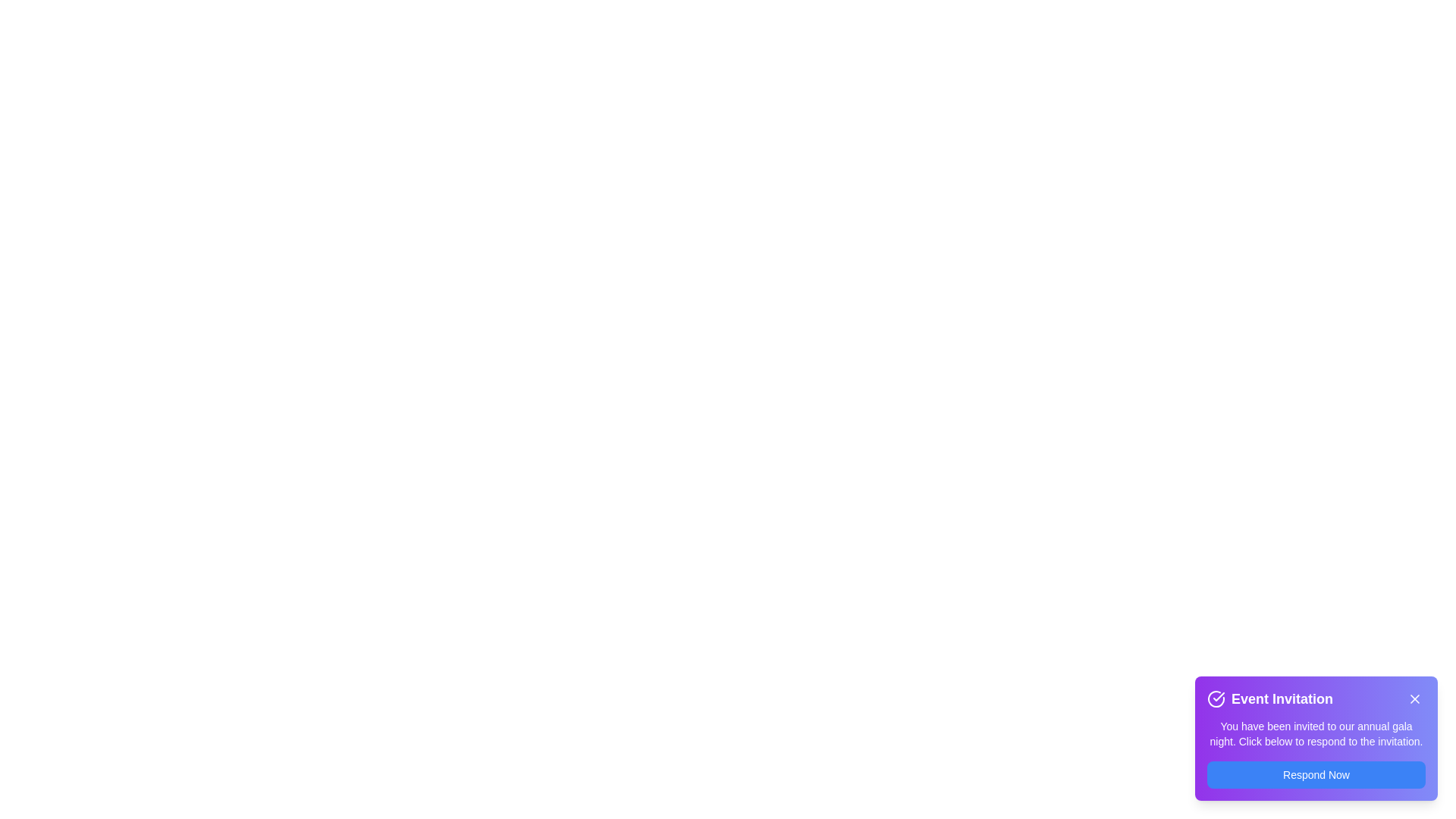 The image size is (1456, 819). What do you see at coordinates (1414, 698) in the screenshot?
I see `the close button to close the snackbar` at bounding box center [1414, 698].